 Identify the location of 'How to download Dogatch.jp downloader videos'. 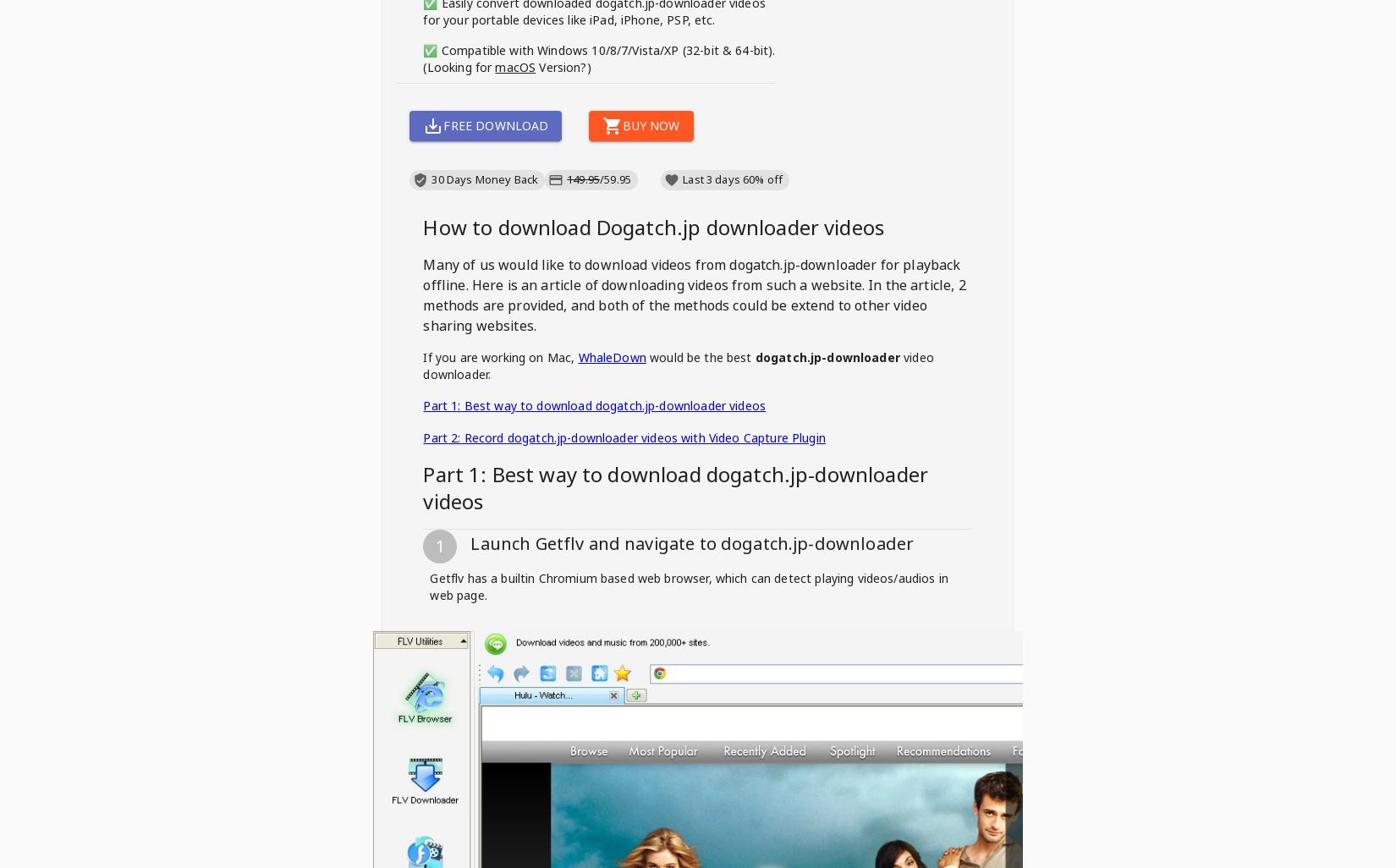
(652, 226).